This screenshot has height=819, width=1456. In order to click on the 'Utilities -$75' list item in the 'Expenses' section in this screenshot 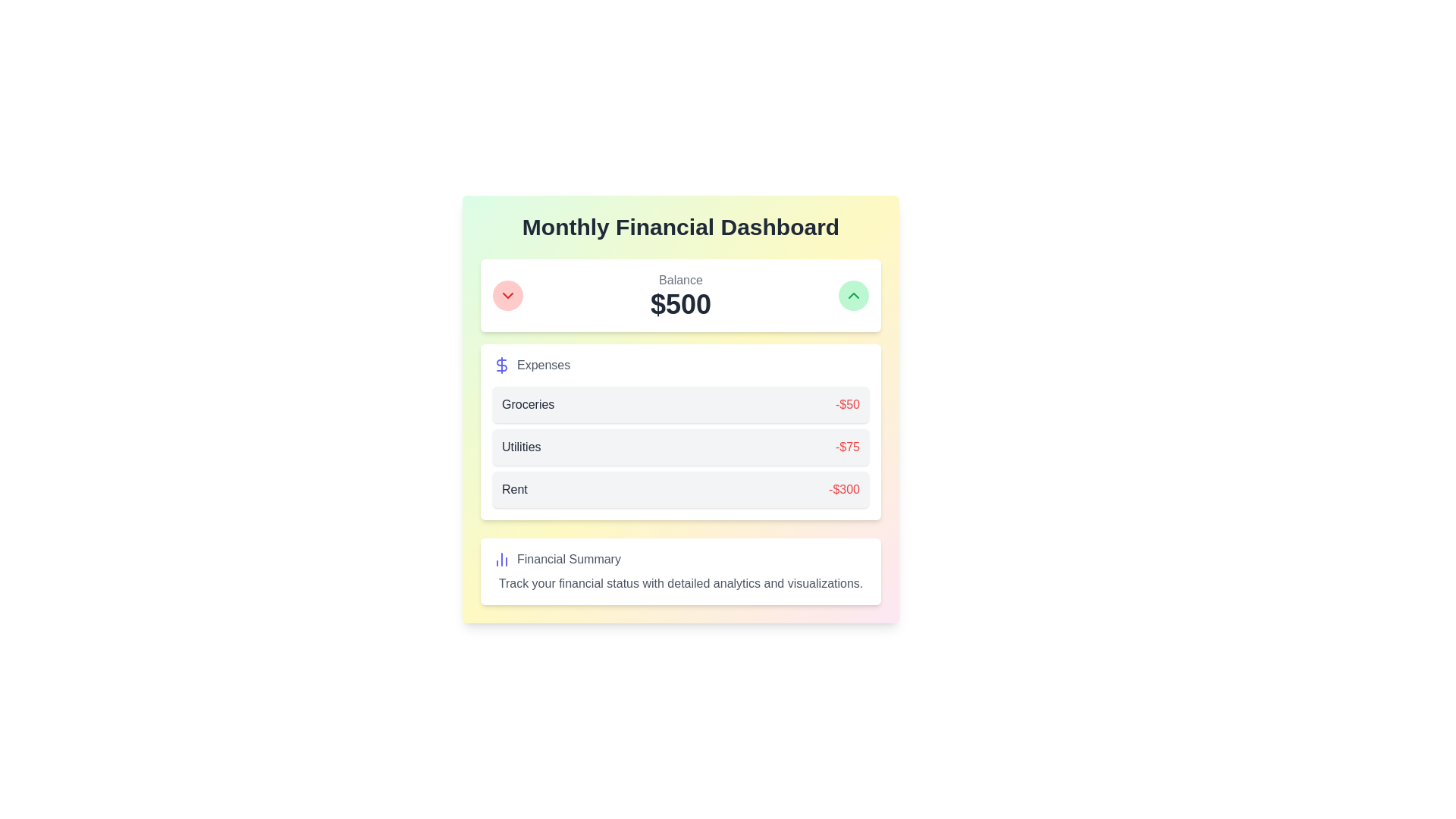, I will do `click(679, 447)`.